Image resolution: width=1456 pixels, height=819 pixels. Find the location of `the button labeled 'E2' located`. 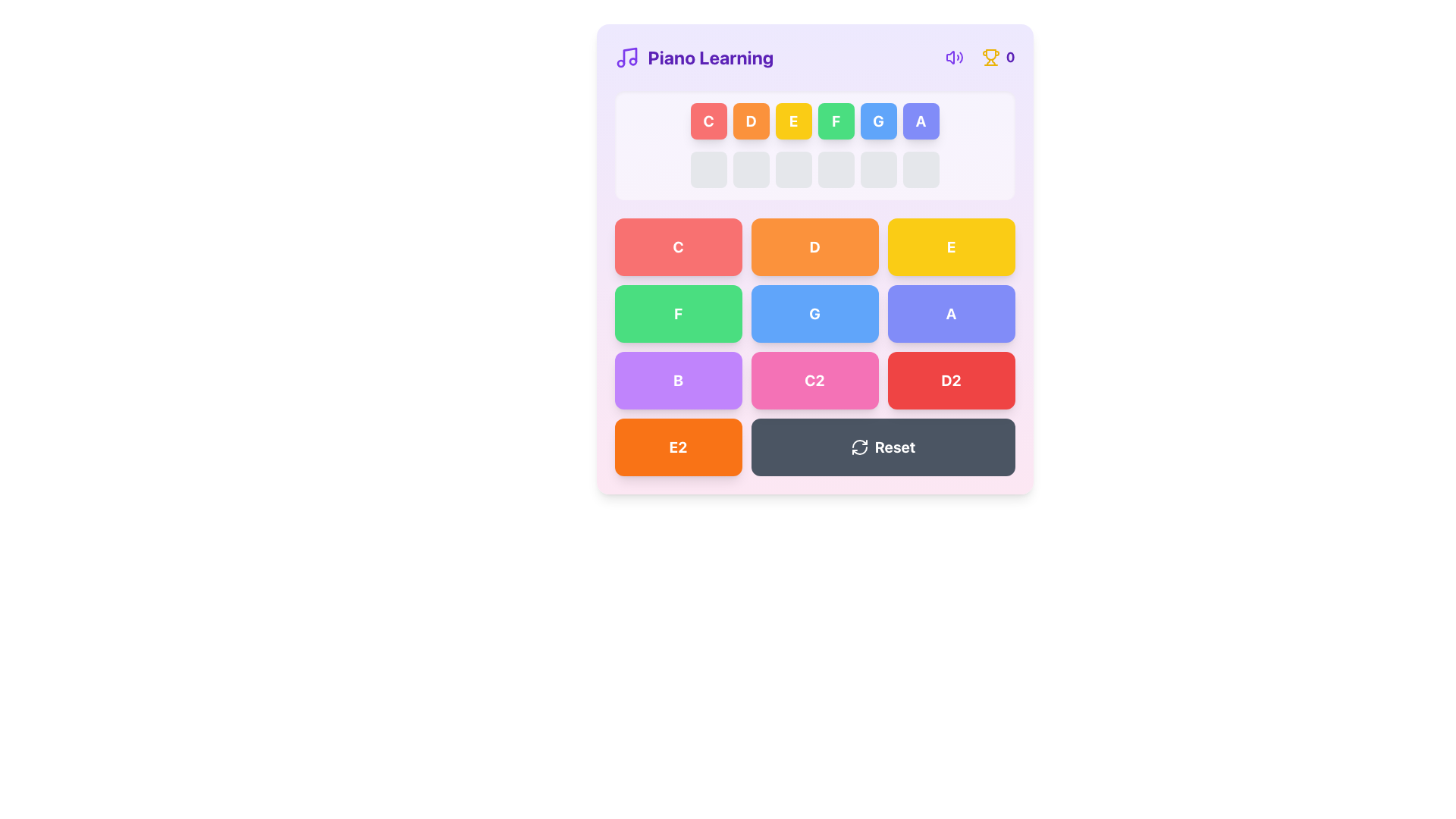

the button labeled 'E2' located is located at coordinates (677, 447).